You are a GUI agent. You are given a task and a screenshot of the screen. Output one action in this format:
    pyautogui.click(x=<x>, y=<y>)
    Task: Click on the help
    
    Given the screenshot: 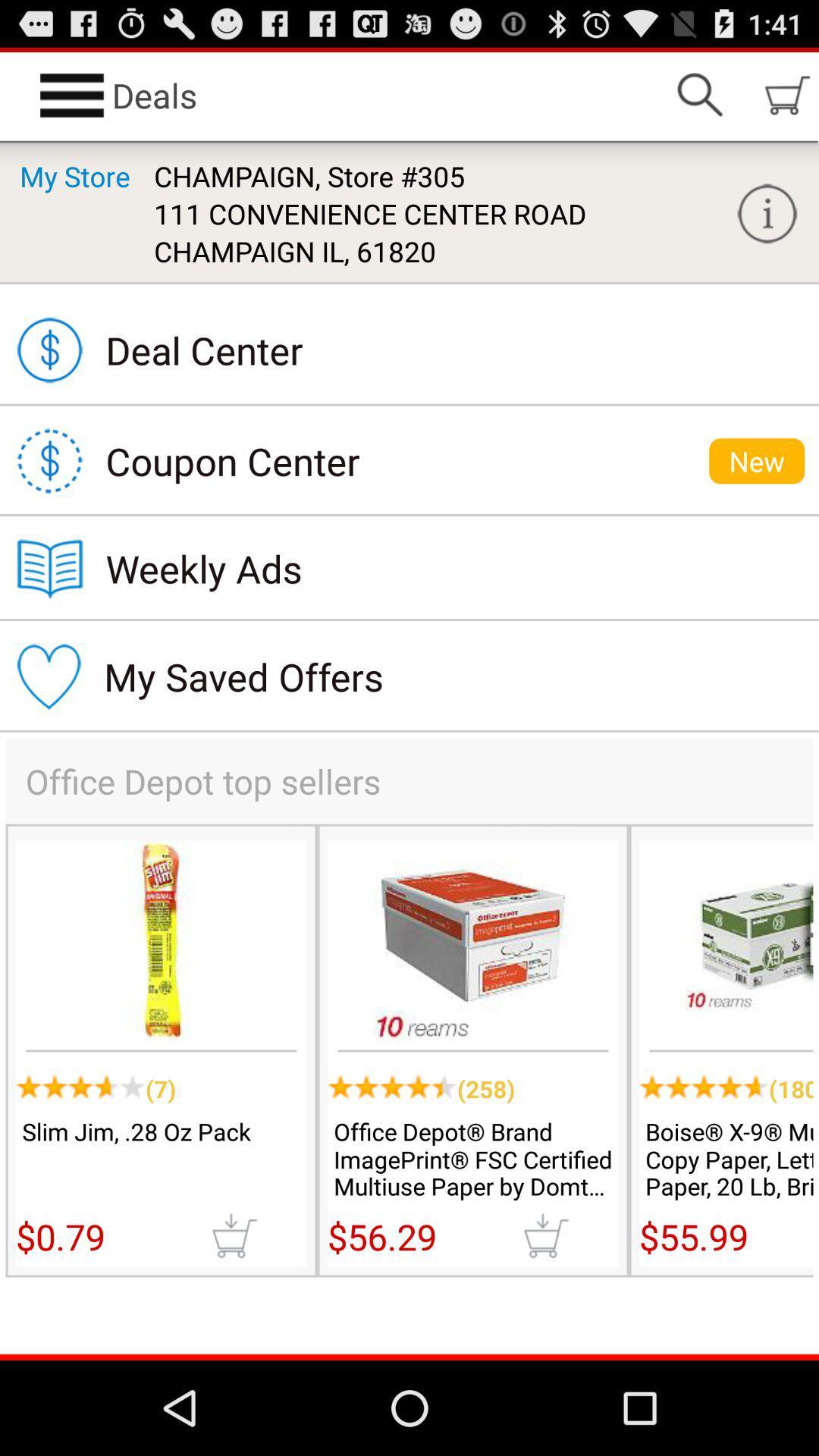 What is the action you would take?
    pyautogui.click(x=767, y=213)
    